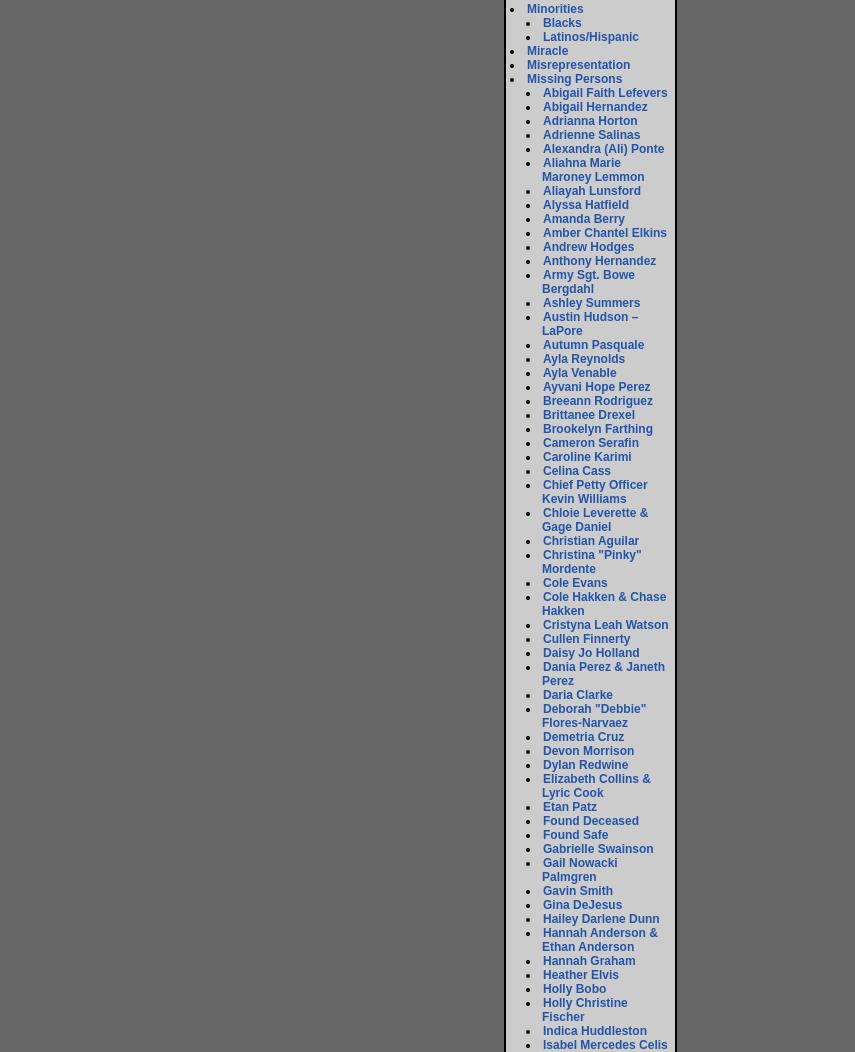 Image resolution: width=855 pixels, height=1052 pixels. What do you see at coordinates (596, 387) in the screenshot?
I see `'Ayvani Hope Perez'` at bounding box center [596, 387].